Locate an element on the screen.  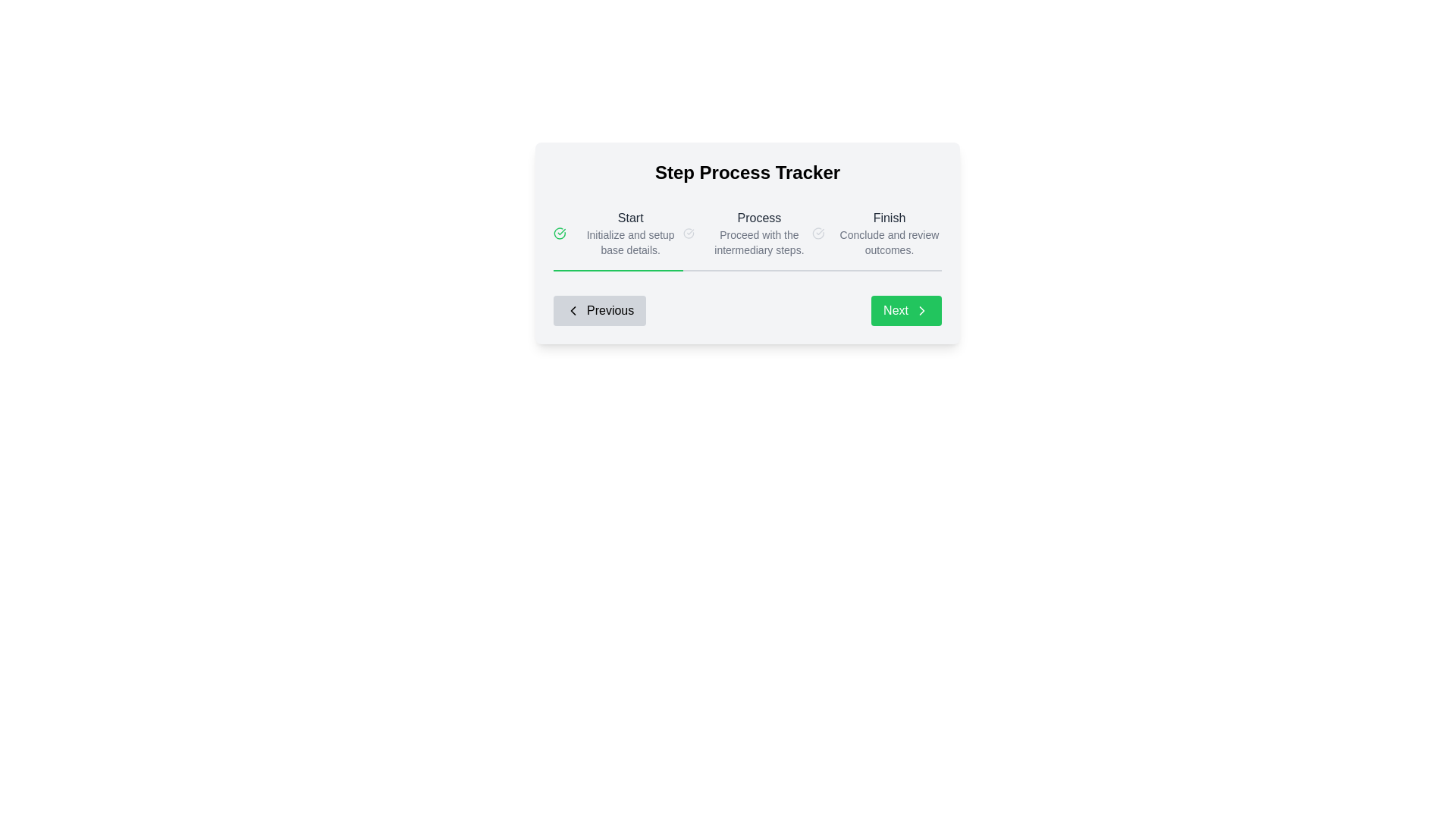
the backward navigation icon located on the left side of the 'Previous' button in the application's layout is located at coordinates (572, 309).